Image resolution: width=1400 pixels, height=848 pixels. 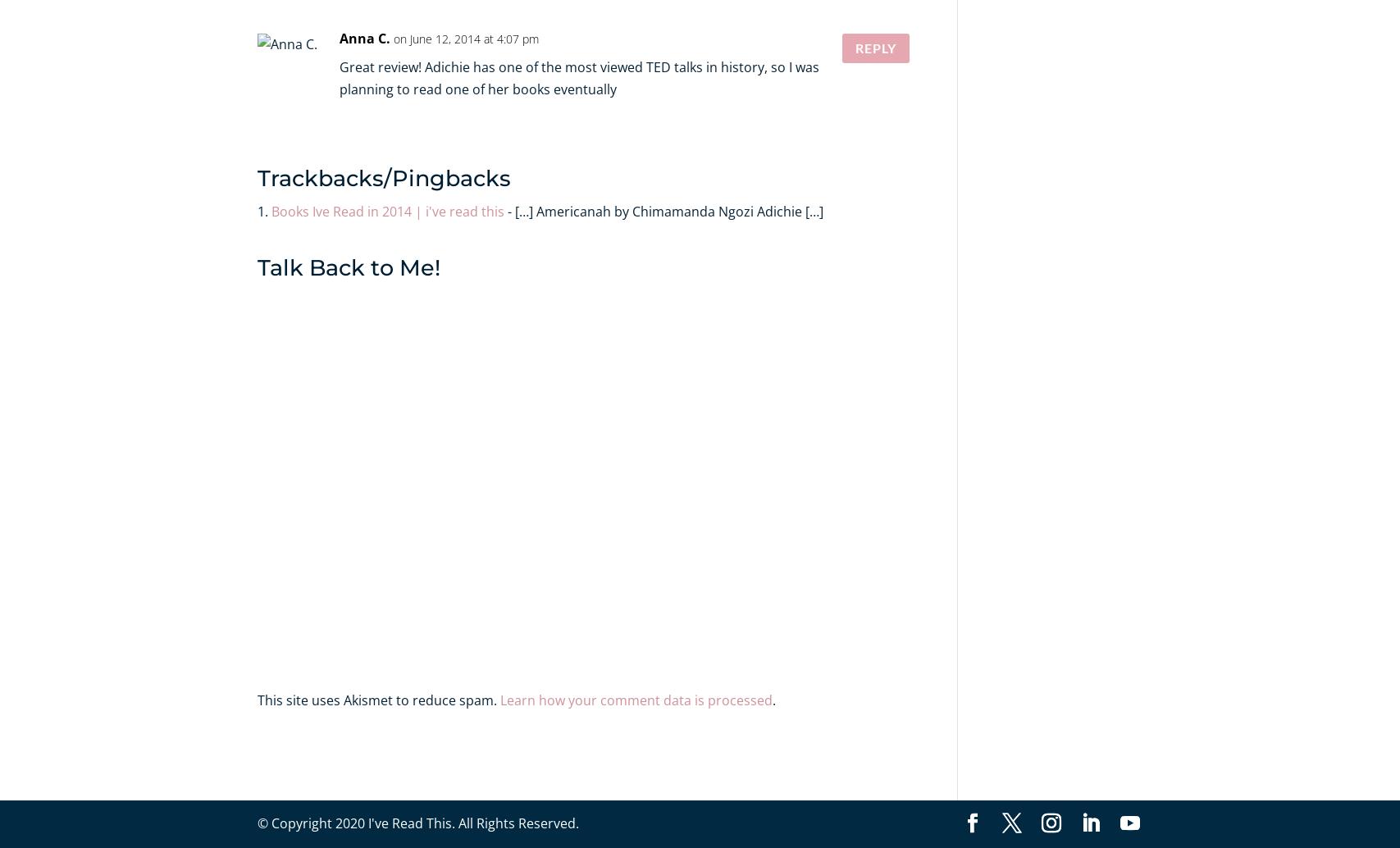 What do you see at coordinates (663, 210) in the screenshot?
I see `'- […] Americanah by Chimamanda Ngozi Adichie […]'` at bounding box center [663, 210].